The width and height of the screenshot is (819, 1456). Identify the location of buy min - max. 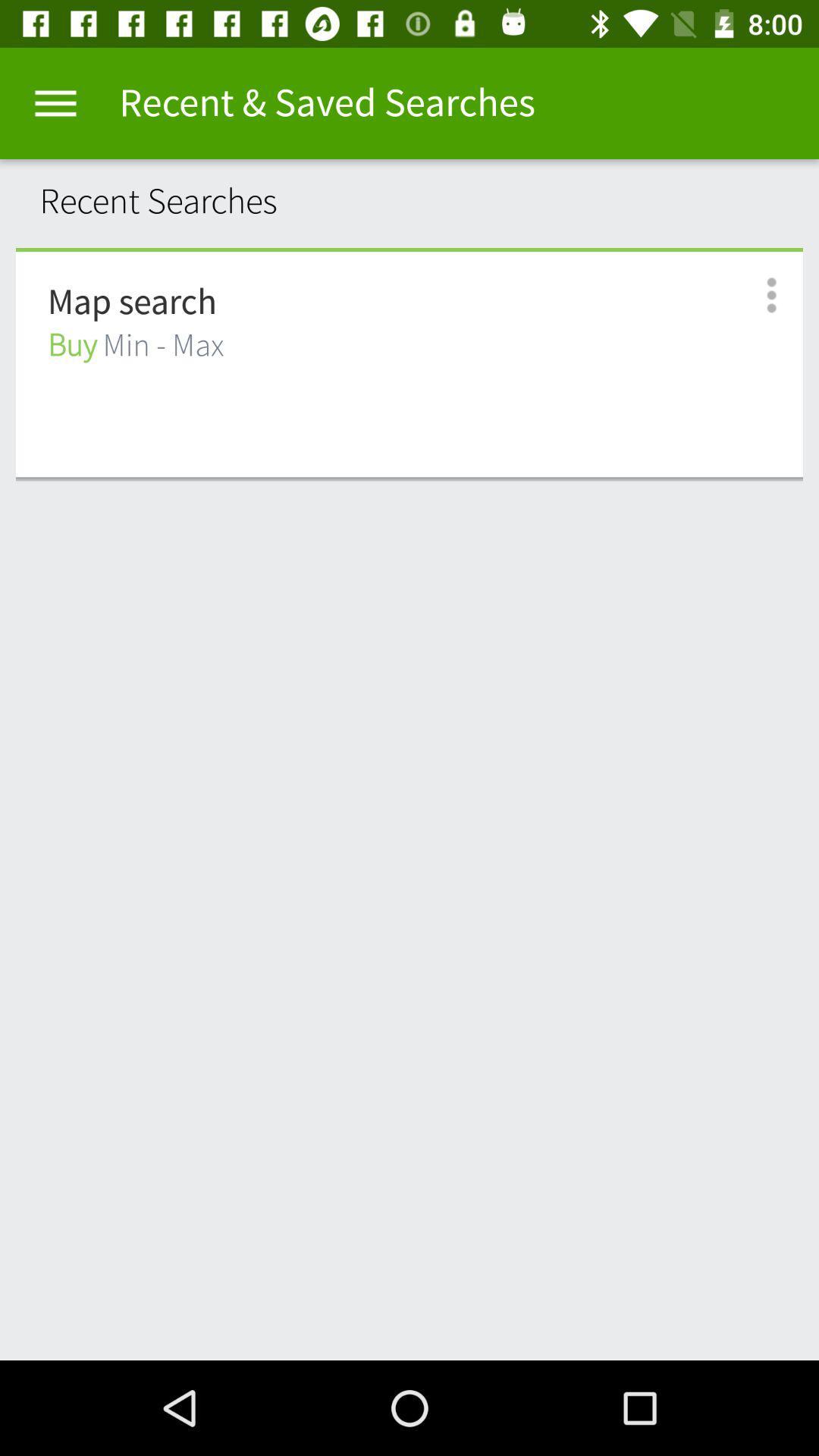
(135, 345).